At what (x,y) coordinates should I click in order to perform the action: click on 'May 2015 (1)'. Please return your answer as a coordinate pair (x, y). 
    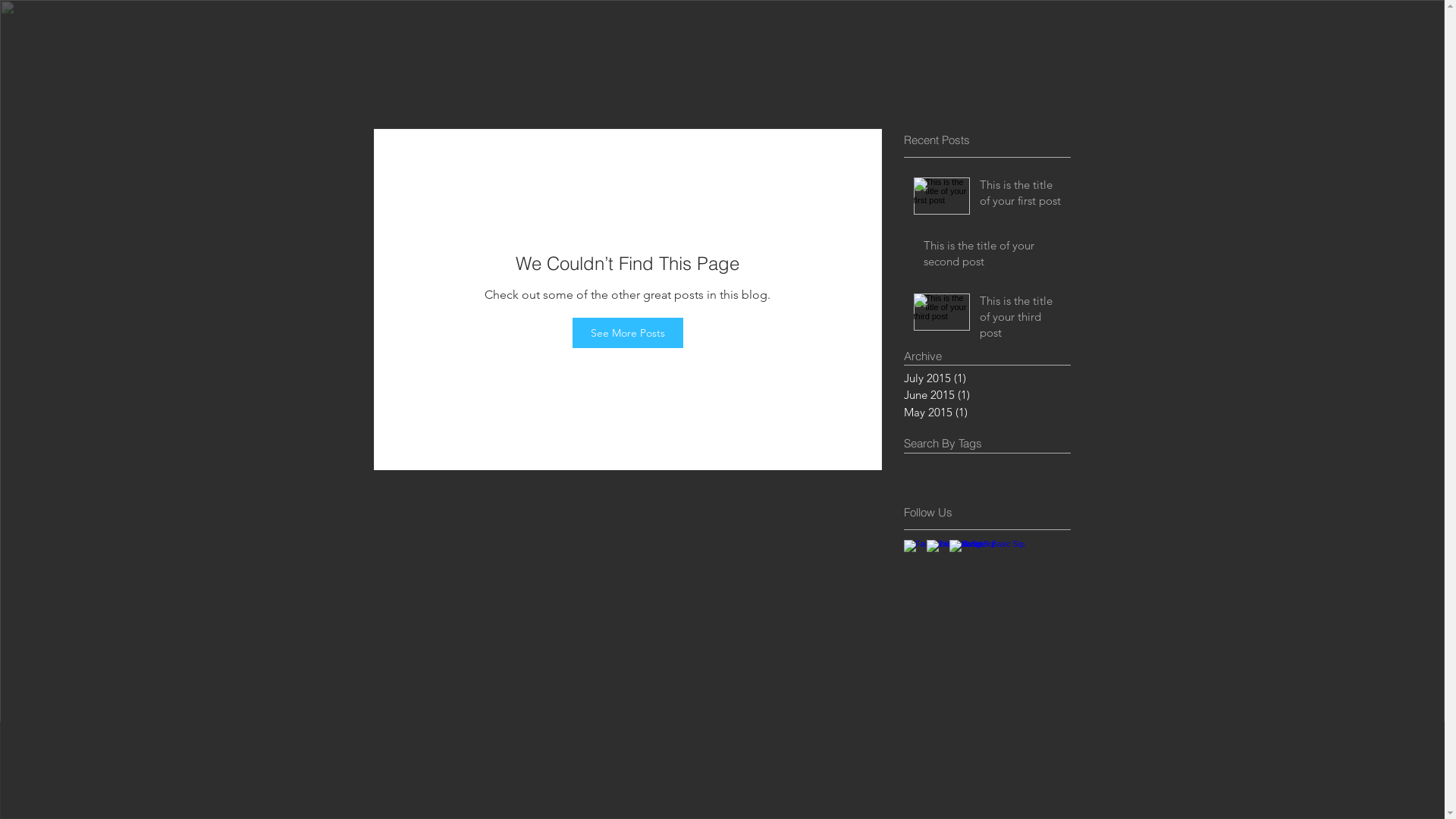
    Looking at the image, I should click on (983, 413).